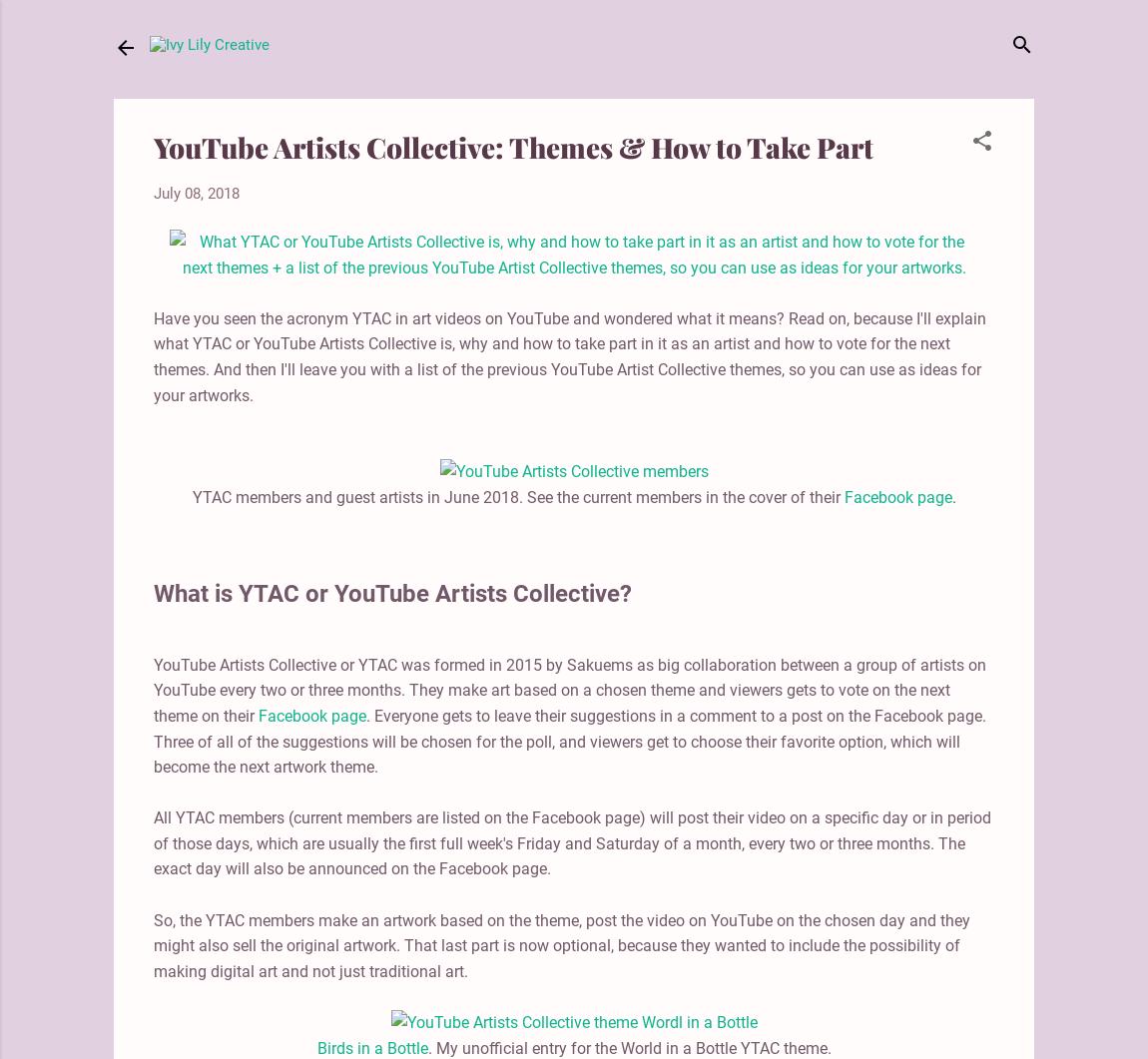 This screenshot has height=1059, width=1148. I want to click on '. My unofficial entry for the World in a Bottle YTAC theme.', so click(627, 1046).